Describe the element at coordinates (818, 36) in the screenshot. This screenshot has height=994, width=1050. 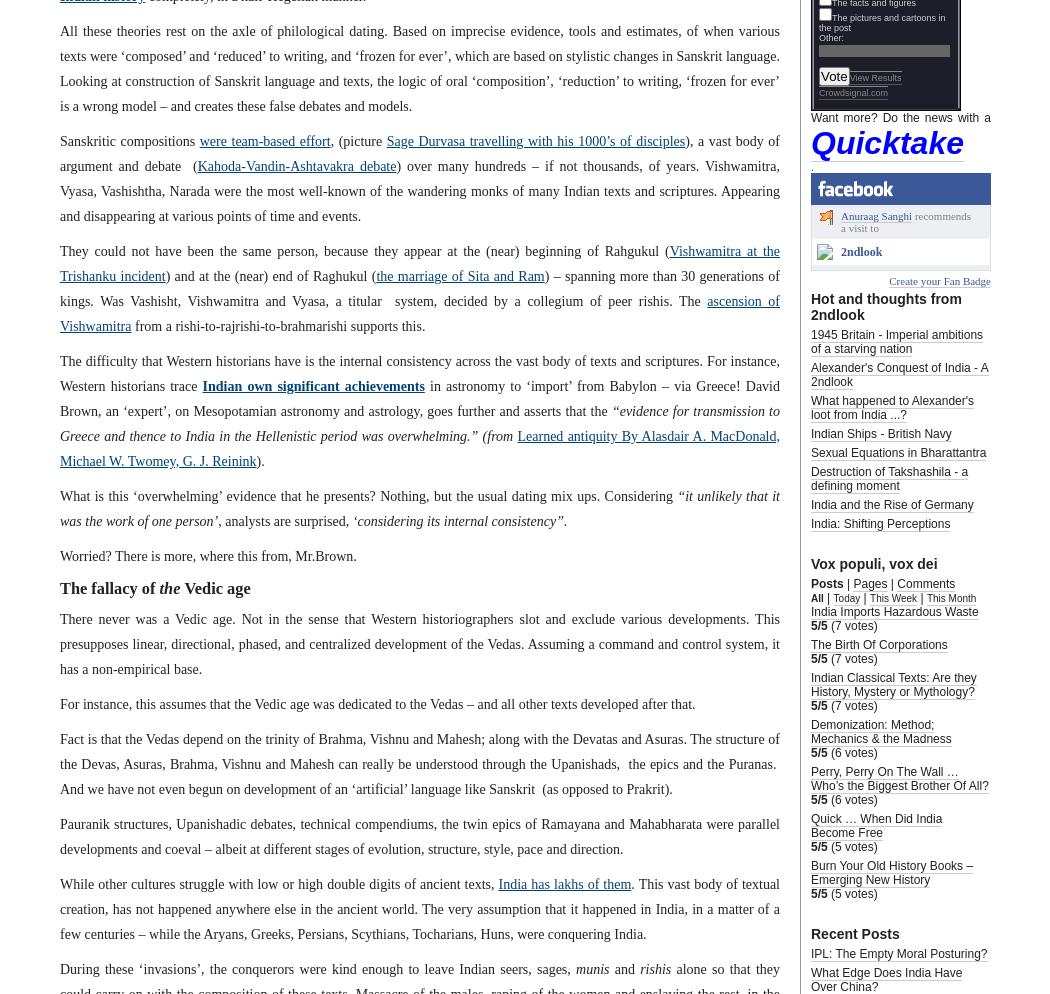
I see `'Other:'` at that location.